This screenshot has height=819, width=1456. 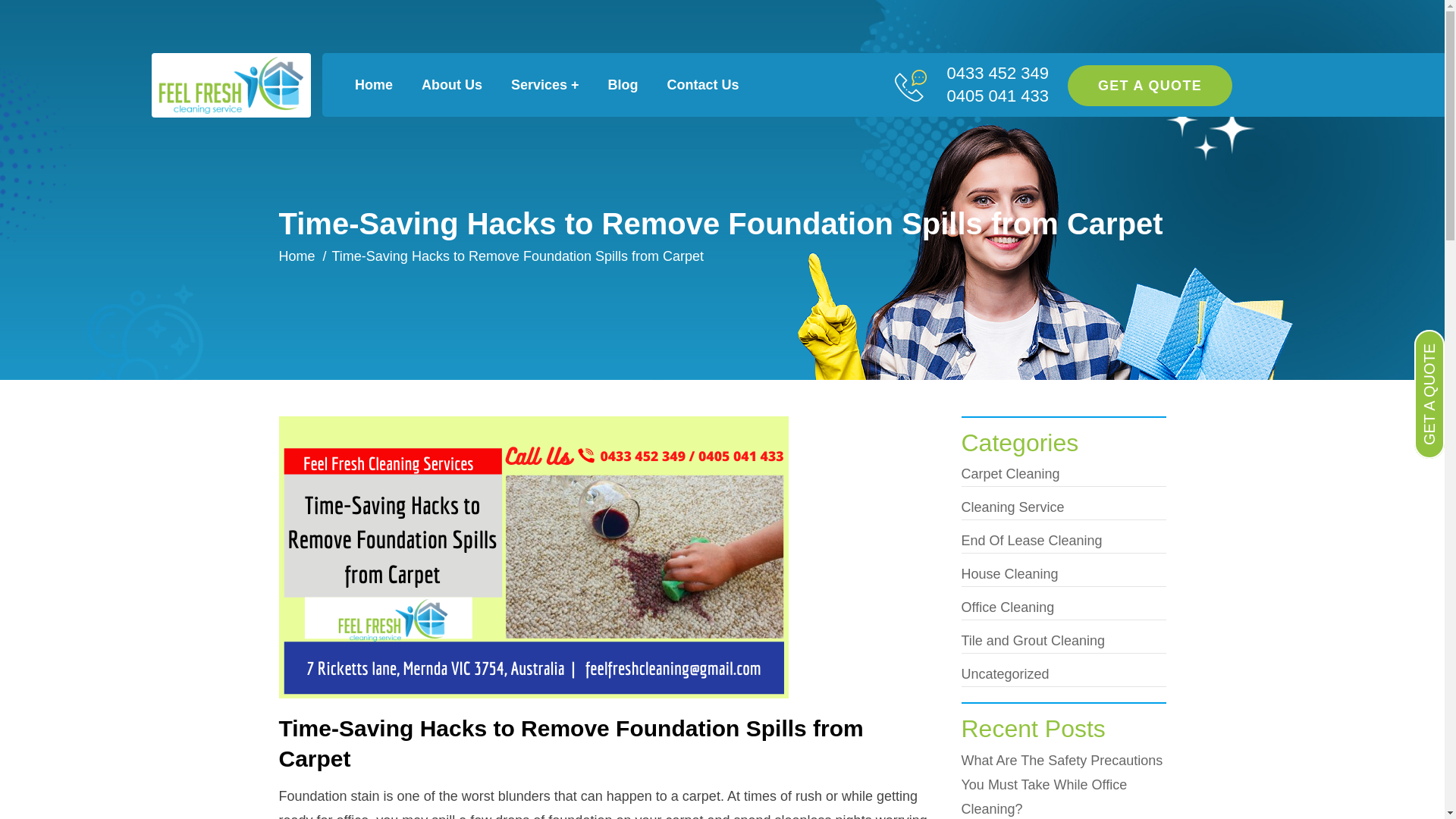 What do you see at coordinates (1062, 673) in the screenshot?
I see `'Uncategorized'` at bounding box center [1062, 673].